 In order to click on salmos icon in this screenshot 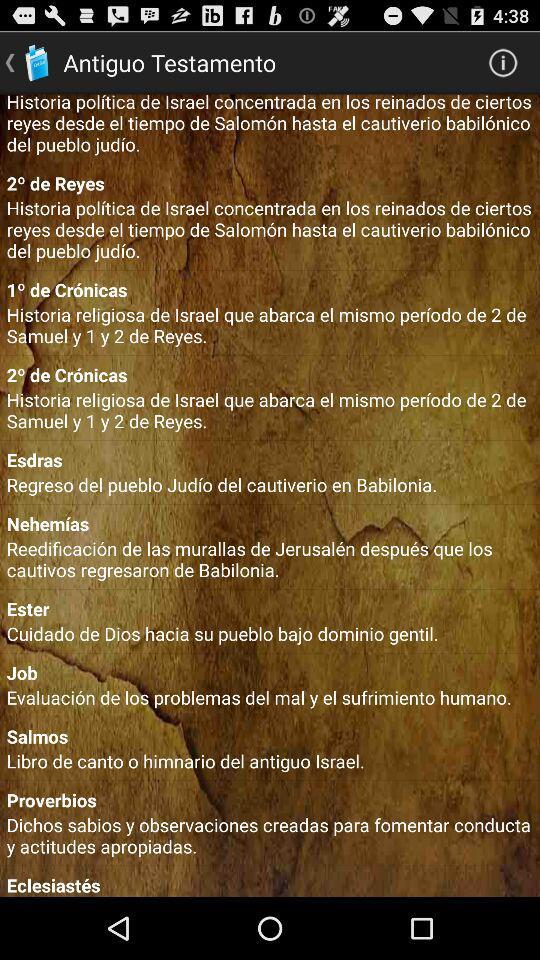, I will do `click(270, 735)`.